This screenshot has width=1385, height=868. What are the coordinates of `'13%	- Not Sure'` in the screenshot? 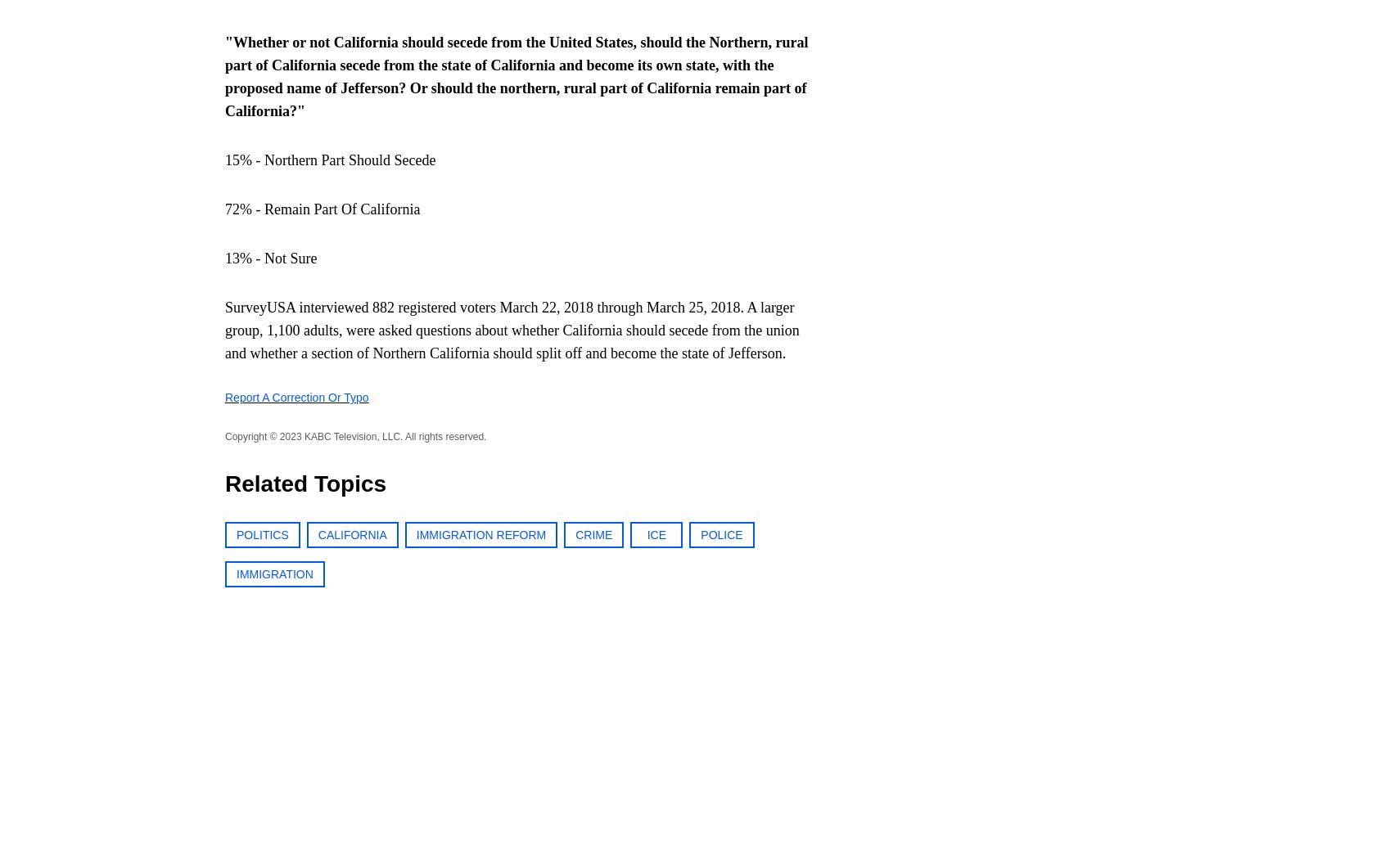 It's located at (269, 257).